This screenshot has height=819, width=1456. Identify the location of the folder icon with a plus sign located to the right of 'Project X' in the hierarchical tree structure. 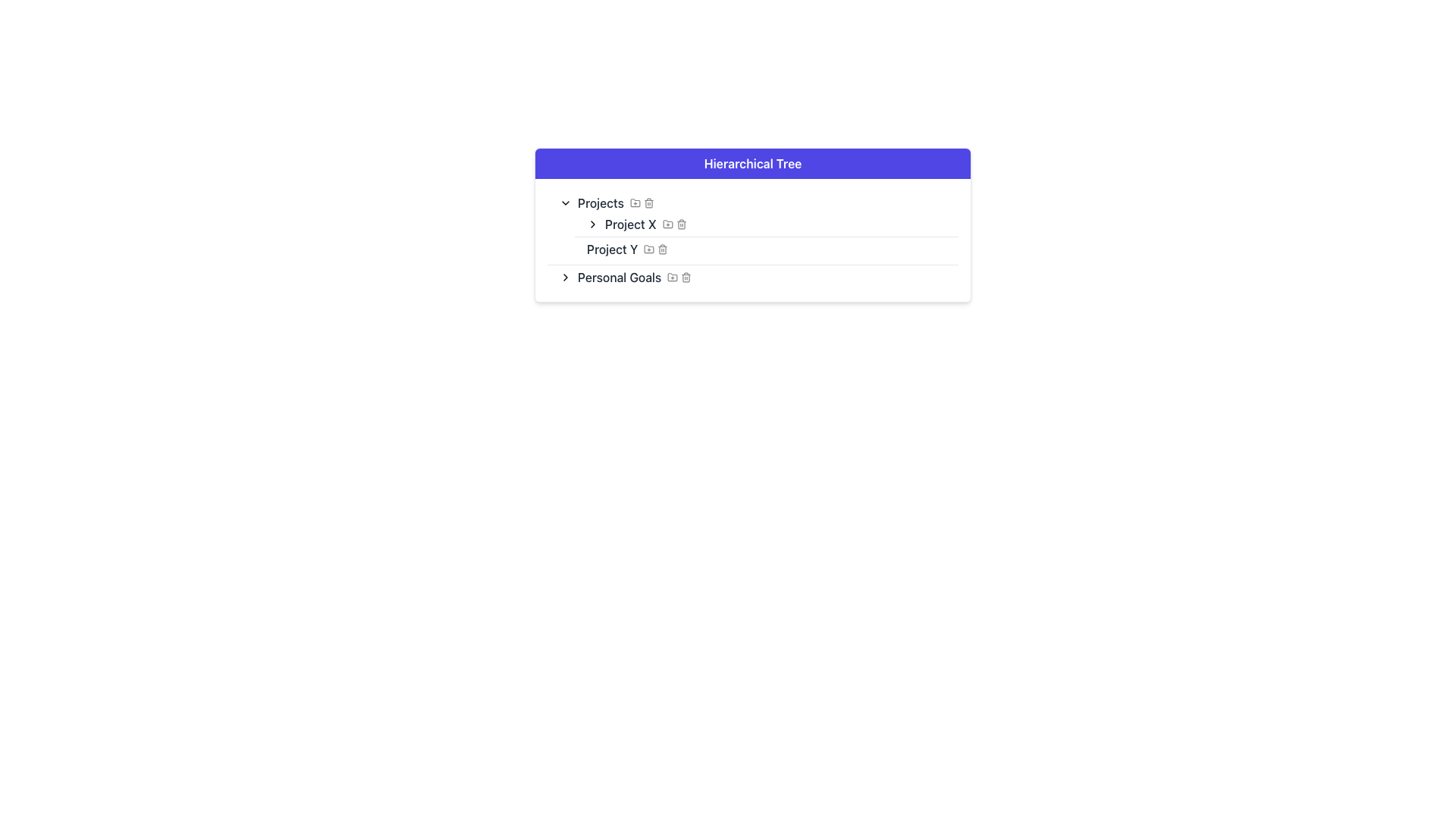
(667, 224).